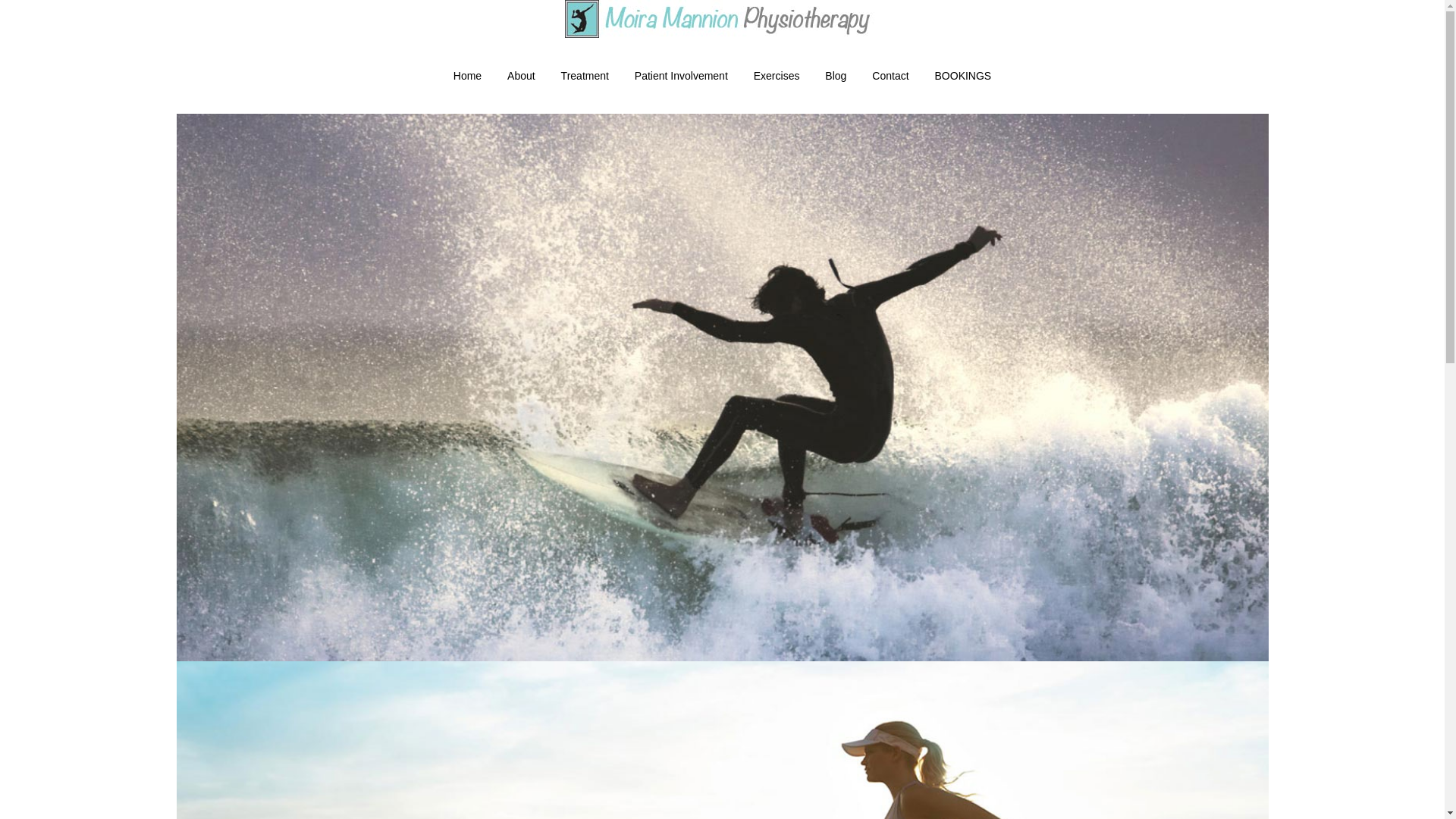 The height and width of the screenshot is (819, 1456). I want to click on 'Treatment', so click(584, 76).